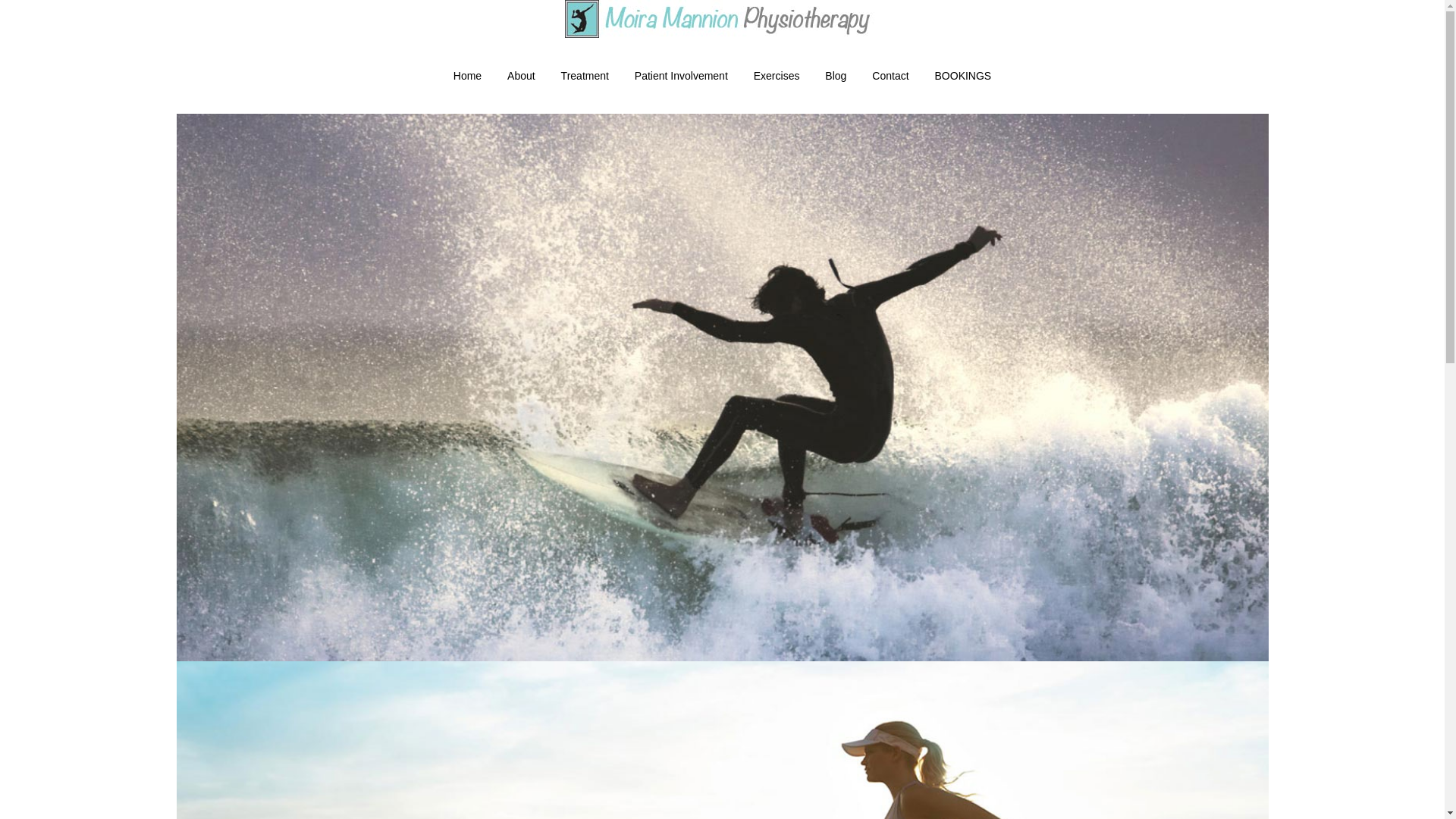 The height and width of the screenshot is (819, 1456). I want to click on 'Treatment', so click(584, 76).